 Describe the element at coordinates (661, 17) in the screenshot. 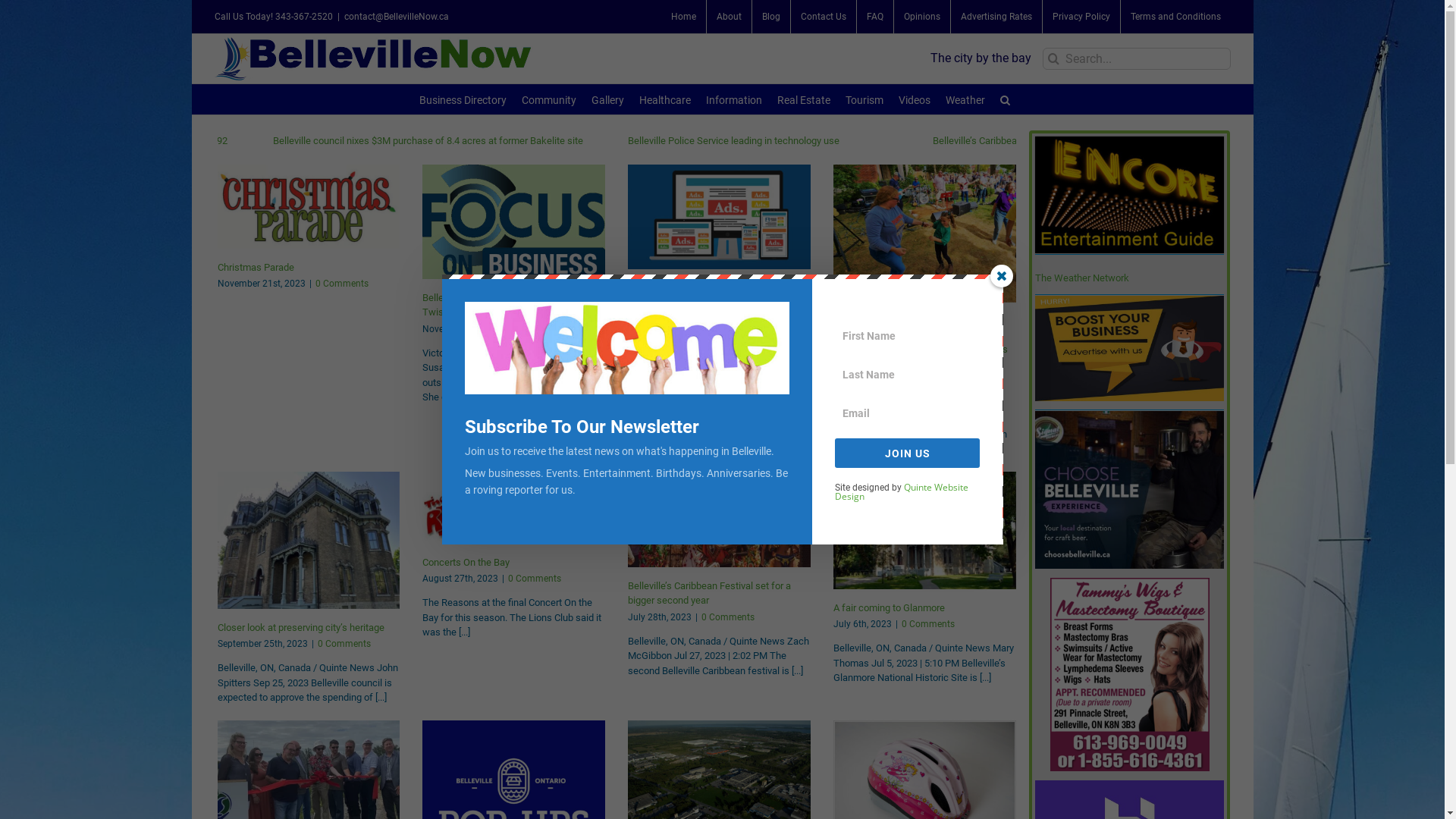

I see `'Home'` at that location.